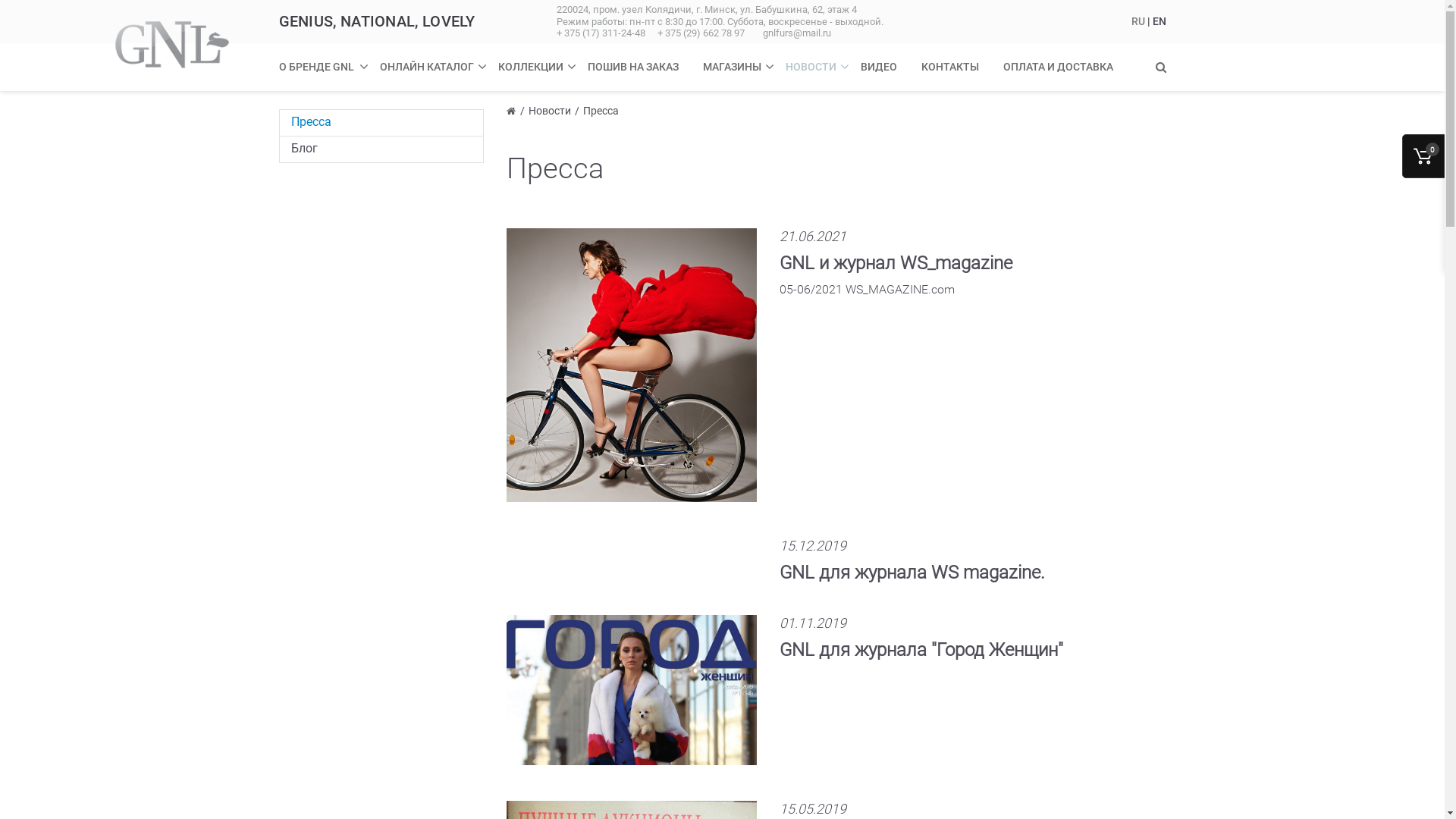 Image resolution: width=1456 pixels, height=819 pixels. Describe the element at coordinates (796, 33) in the screenshot. I see `'gnlfurs@mail.ru'` at that location.